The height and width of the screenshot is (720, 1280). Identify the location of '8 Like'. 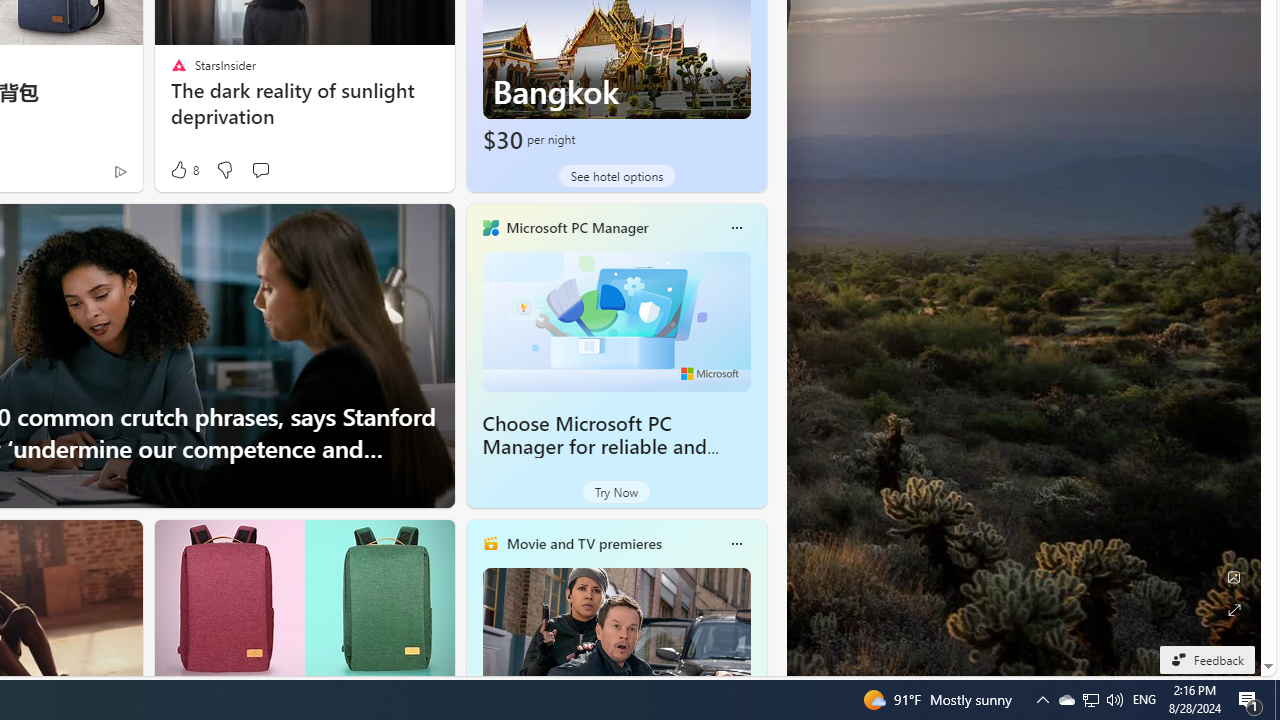
(183, 169).